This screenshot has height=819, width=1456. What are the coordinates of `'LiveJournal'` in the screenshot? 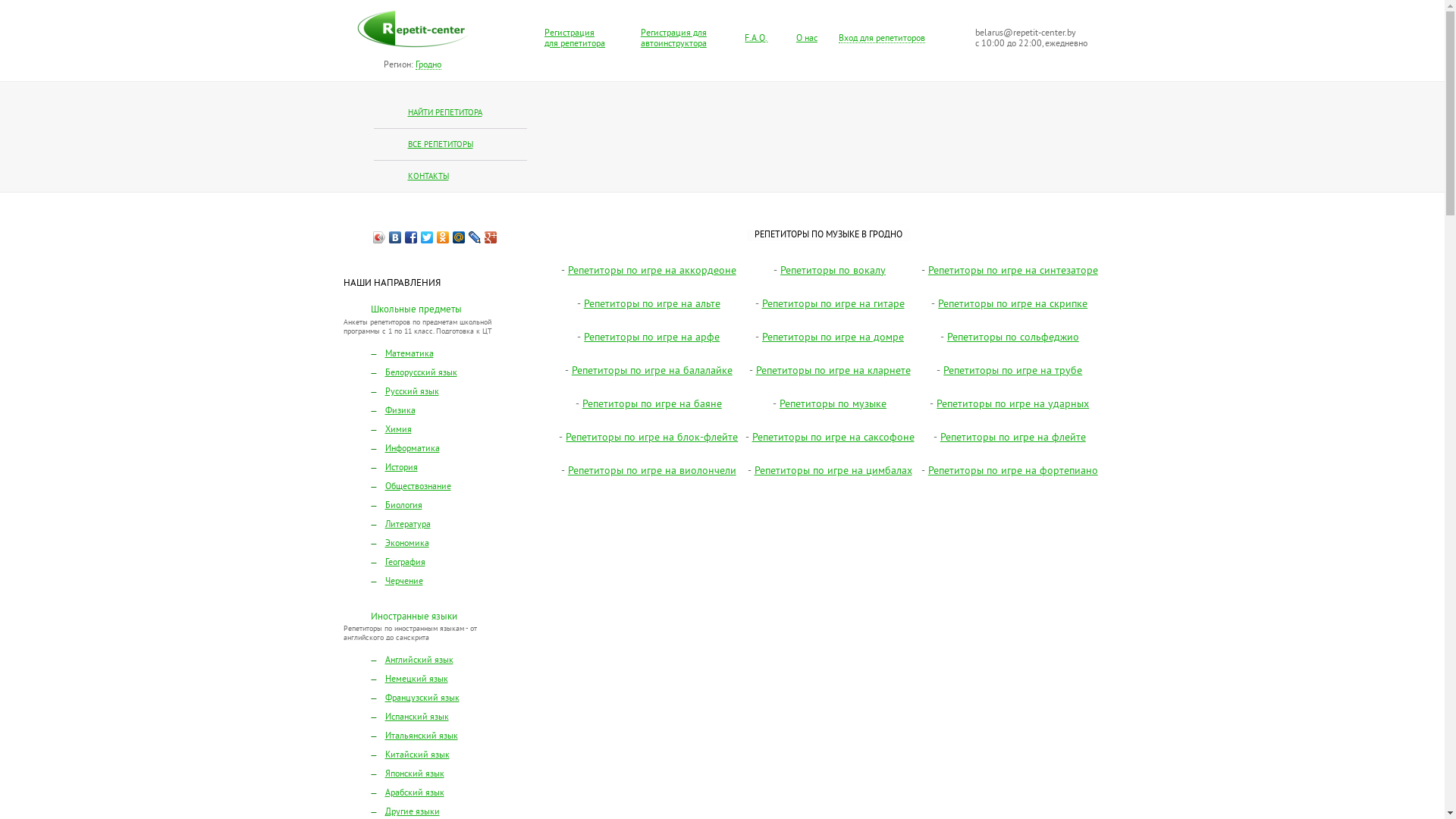 It's located at (466, 237).